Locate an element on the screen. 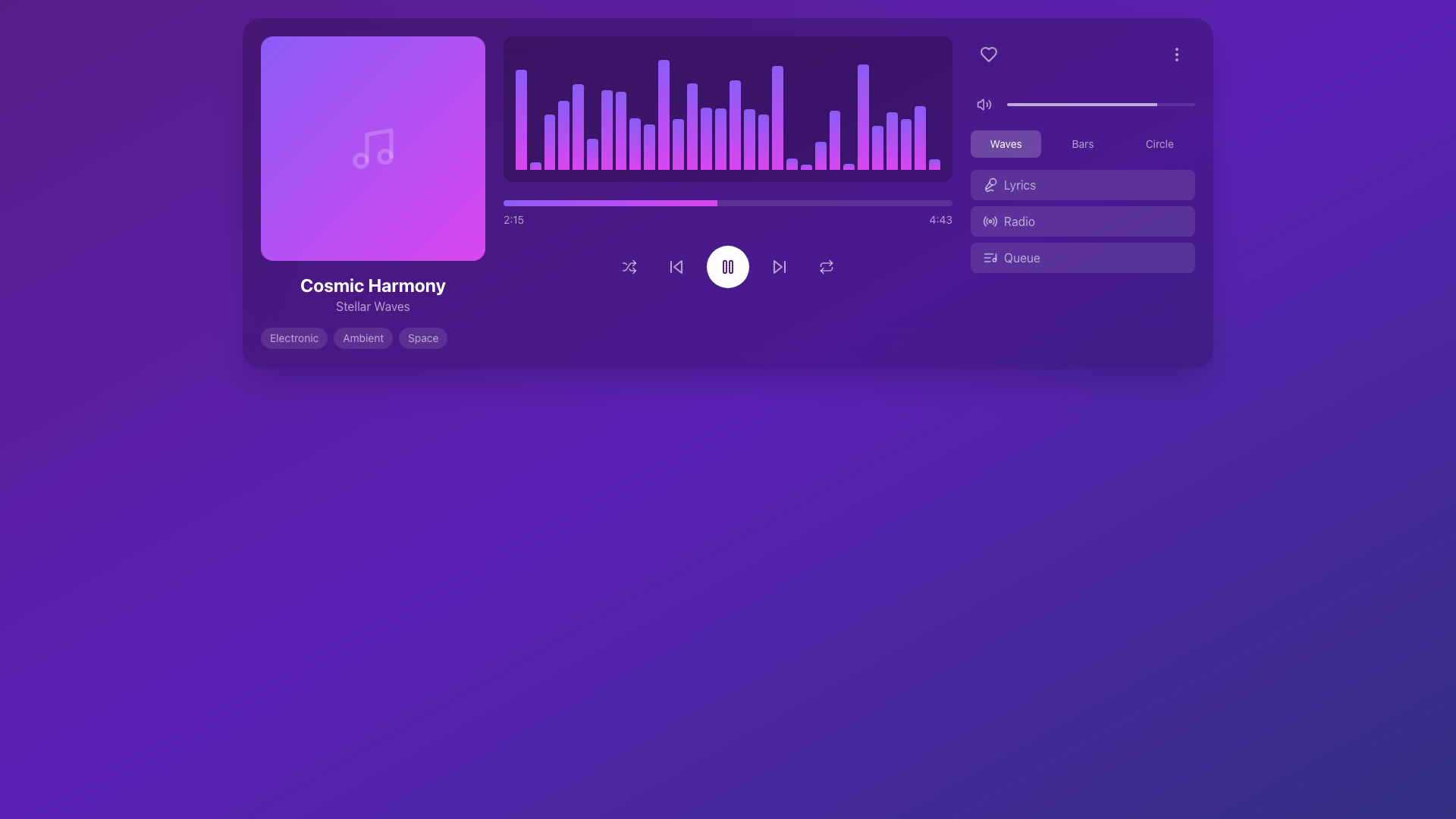 This screenshot has width=1456, height=819. the 11th vertical bar in a series, which has a gradient from fuchsia to violet and a rounded top is located at coordinates (664, 114).